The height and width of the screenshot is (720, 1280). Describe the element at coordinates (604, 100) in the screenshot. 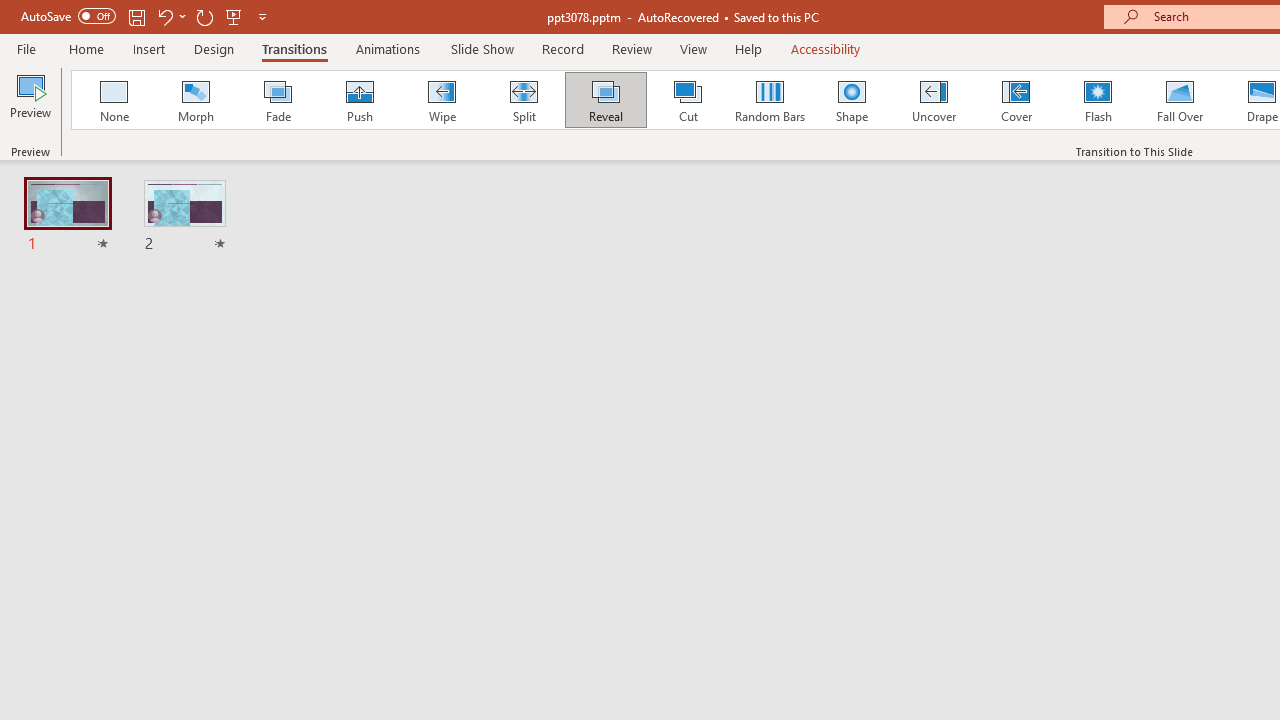

I see `'Reveal'` at that location.